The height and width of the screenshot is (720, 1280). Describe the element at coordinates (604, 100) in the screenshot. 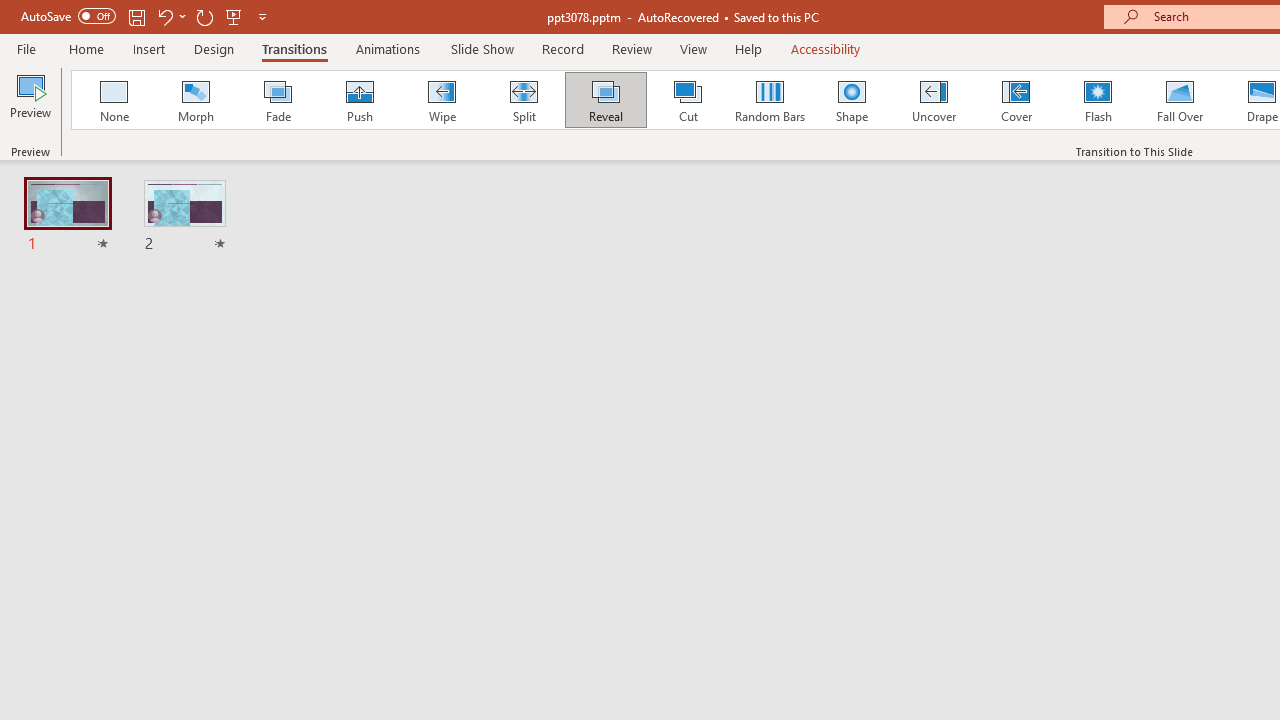

I see `'Reveal'` at that location.